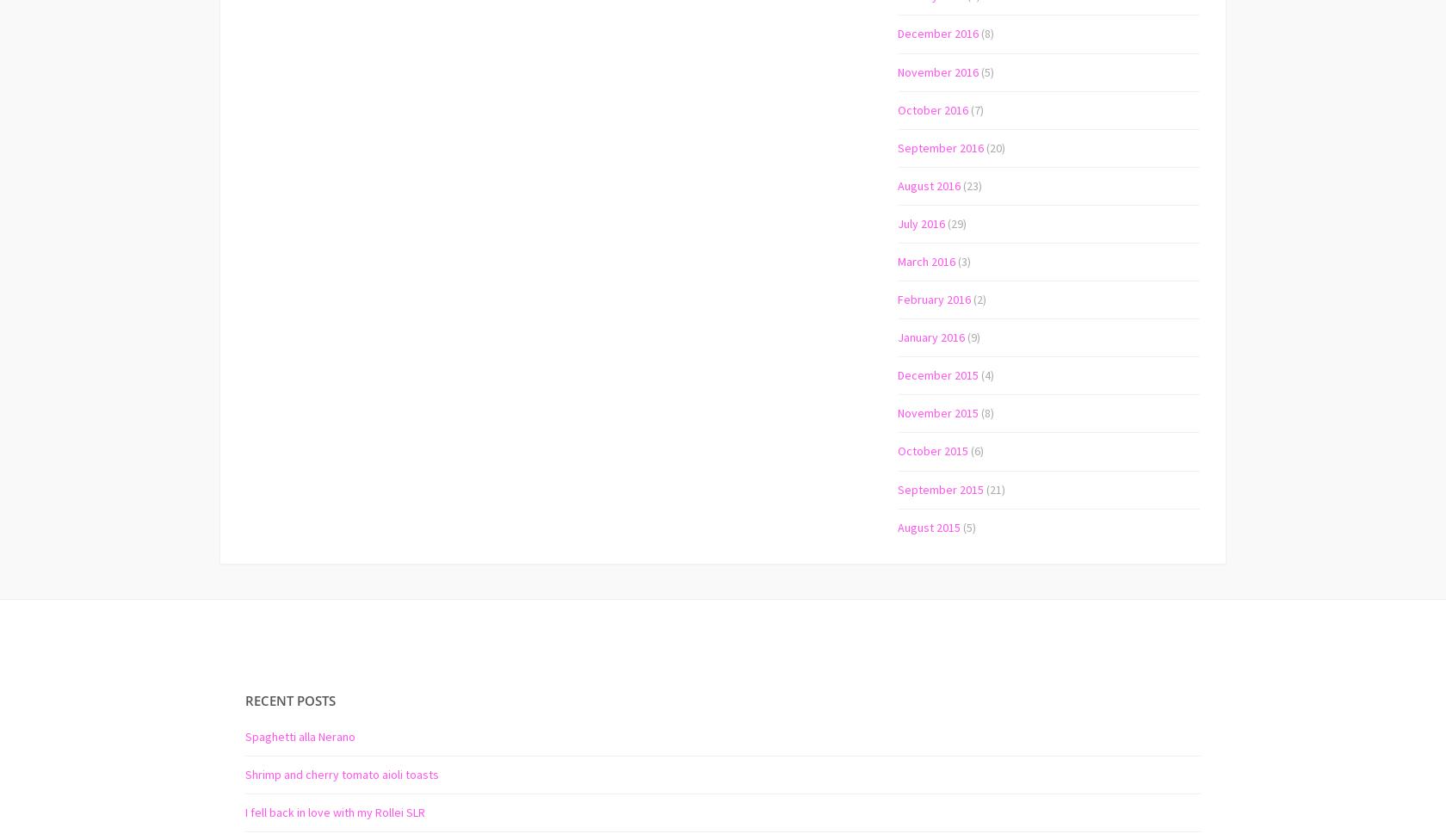  Describe the element at coordinates (897, 374) in the screenshot. I see `'December 2015'` at that location.